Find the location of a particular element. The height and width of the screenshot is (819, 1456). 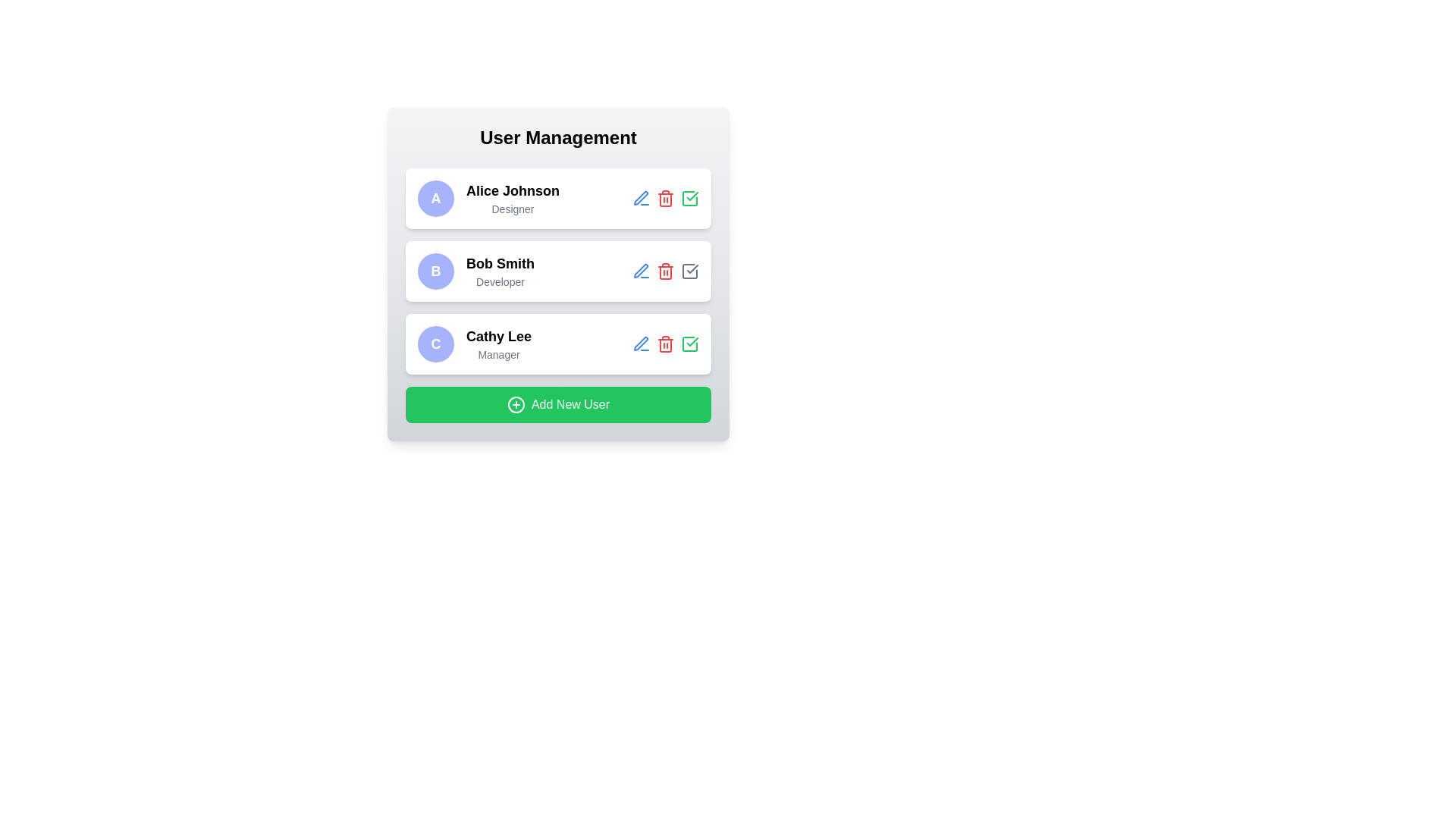

the check icon located next to 'Alice Johnson' in the control panel is located at coordinates (692, 268).